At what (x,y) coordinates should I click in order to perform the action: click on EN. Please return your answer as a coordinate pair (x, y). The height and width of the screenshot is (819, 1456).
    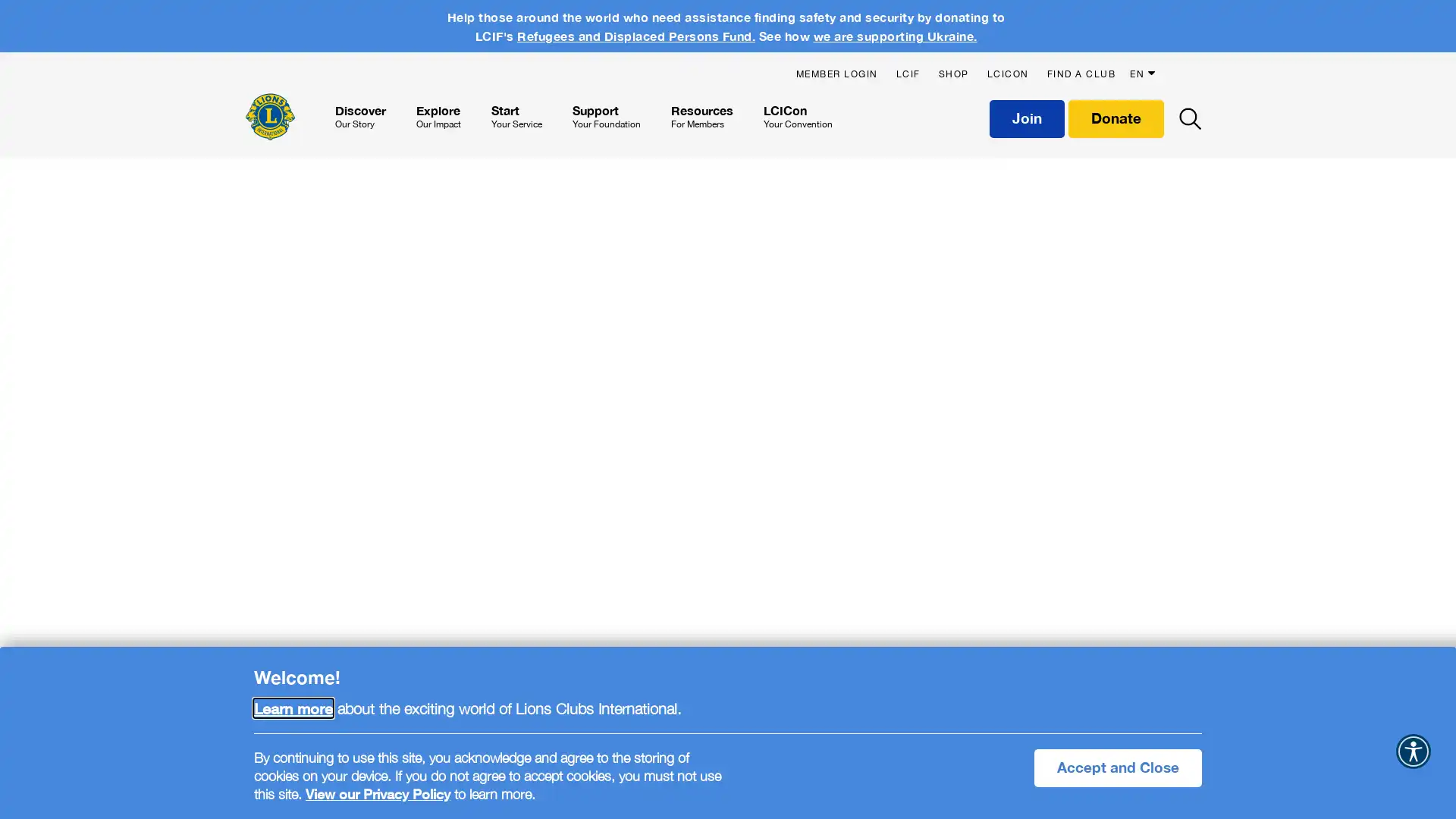
    Looking at the image, I should click on (1145, 65).